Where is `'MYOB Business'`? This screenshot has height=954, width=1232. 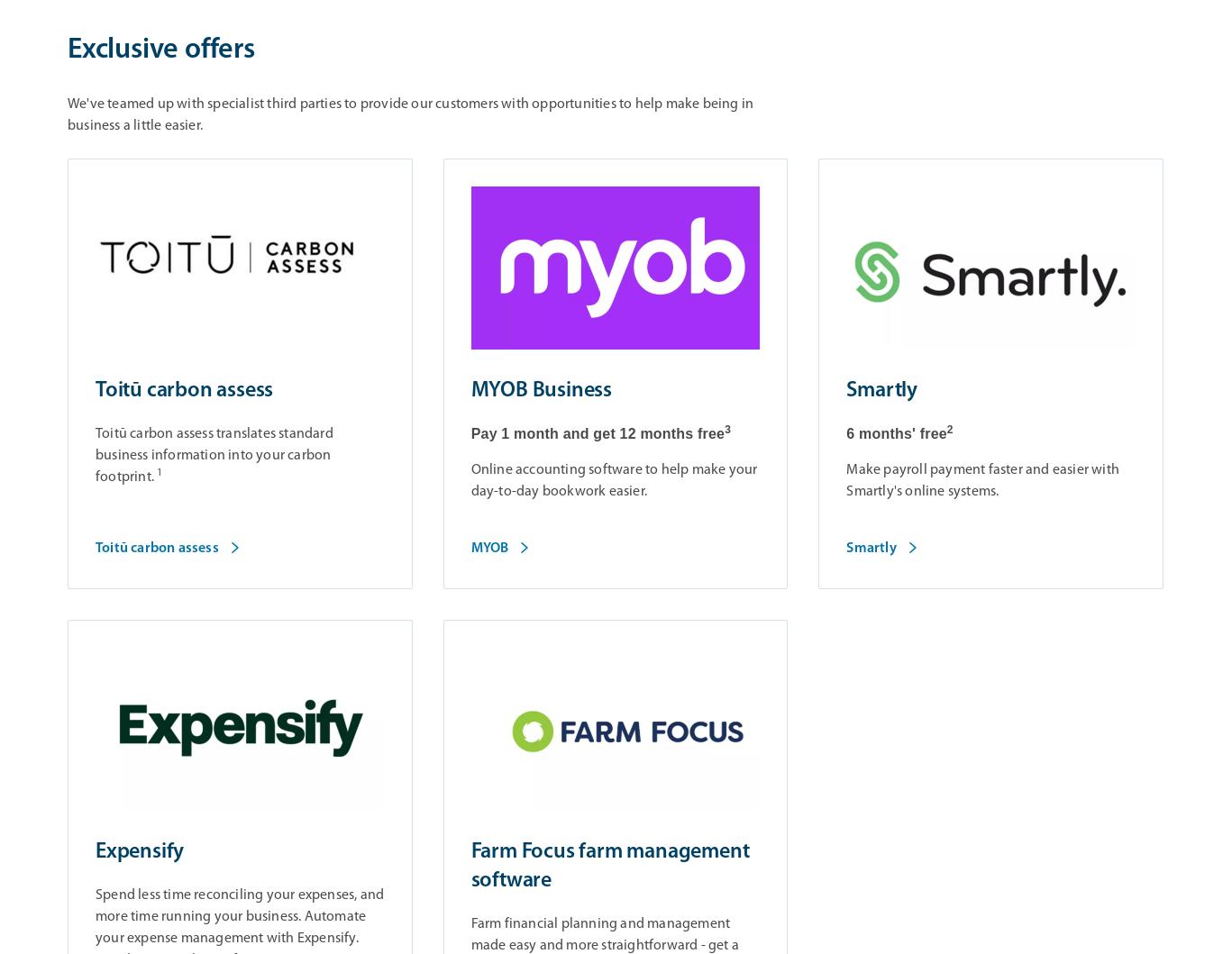
'MYOB Business' is located at coordinates (541, 390).